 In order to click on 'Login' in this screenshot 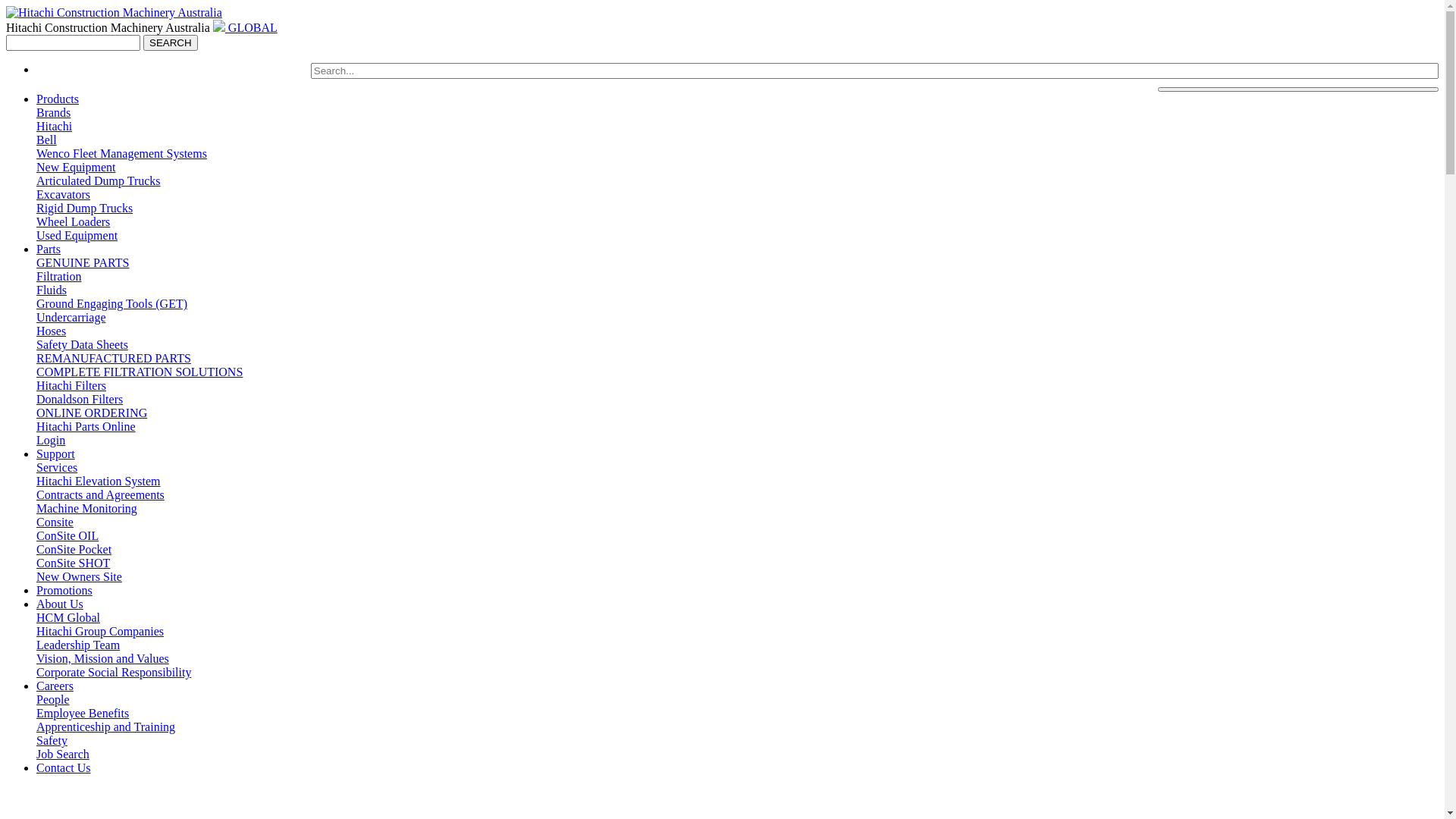, I will do `click(51, 440)`.